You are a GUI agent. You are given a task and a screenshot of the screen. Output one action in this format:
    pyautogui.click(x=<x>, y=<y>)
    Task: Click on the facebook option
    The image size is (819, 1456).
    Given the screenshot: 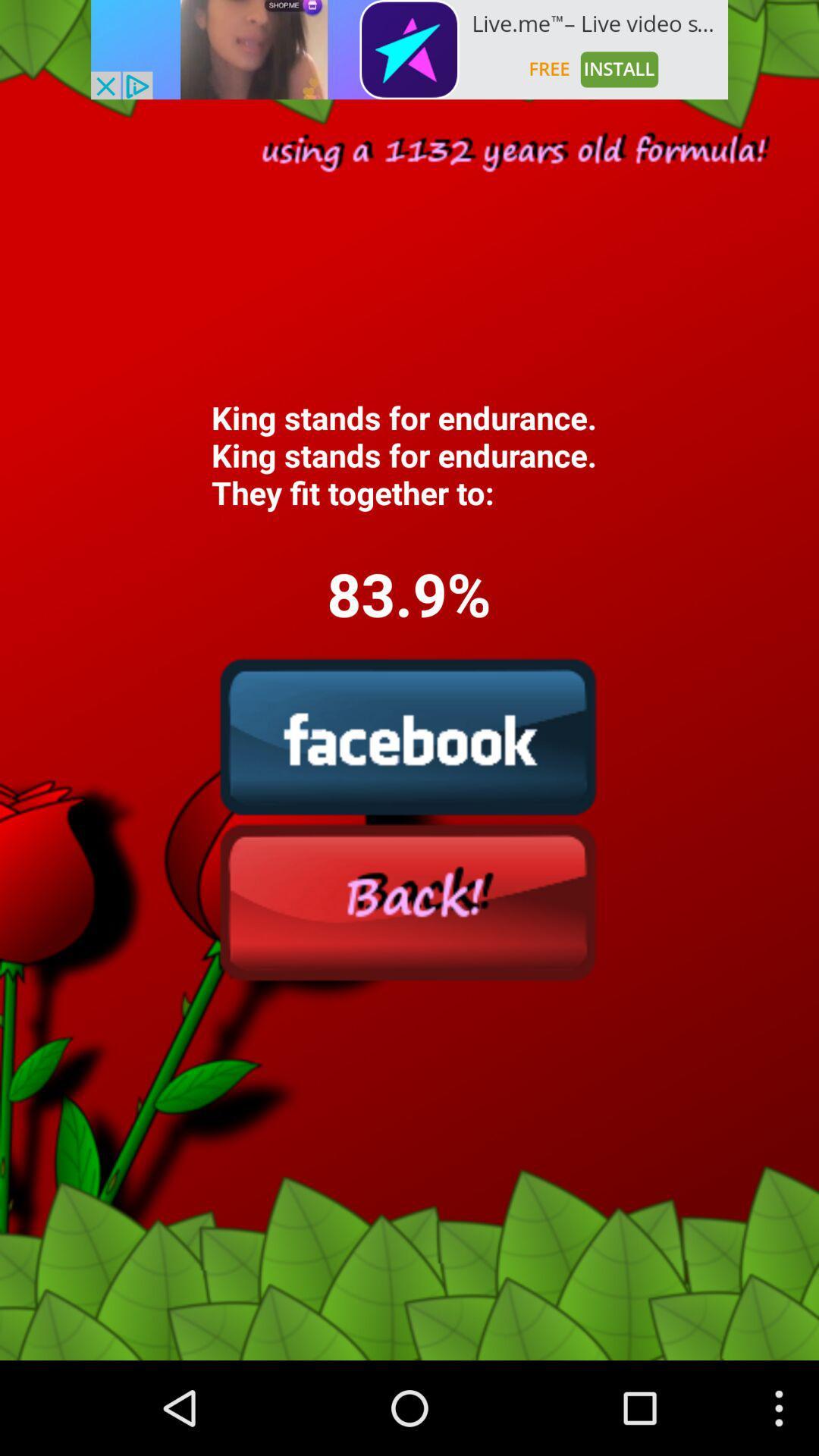 What is the action you would take?
    pyautogui.click(x=408, y=736)
    